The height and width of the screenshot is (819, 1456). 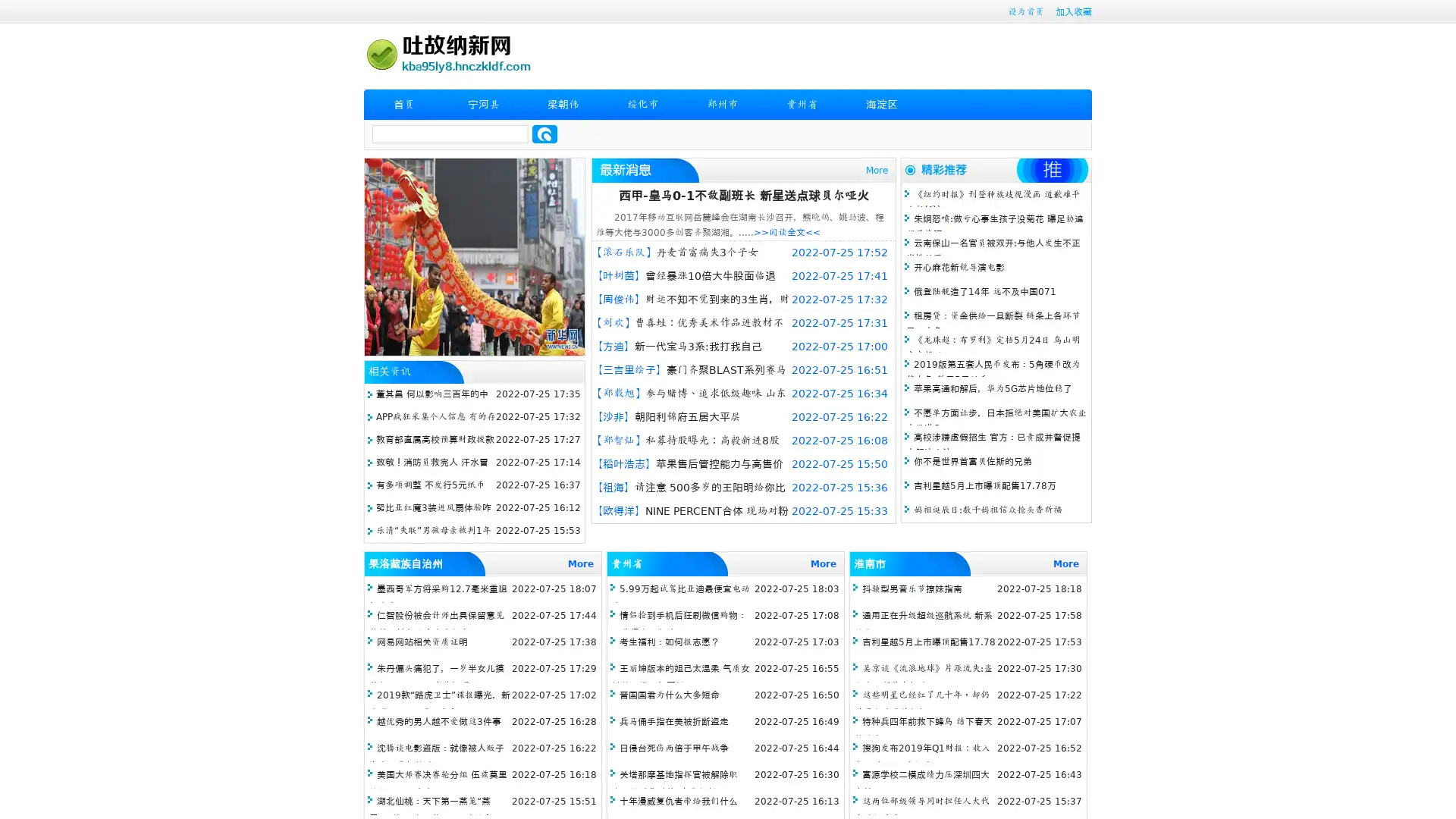 I want to click on Search, so click(x=544, y=133).